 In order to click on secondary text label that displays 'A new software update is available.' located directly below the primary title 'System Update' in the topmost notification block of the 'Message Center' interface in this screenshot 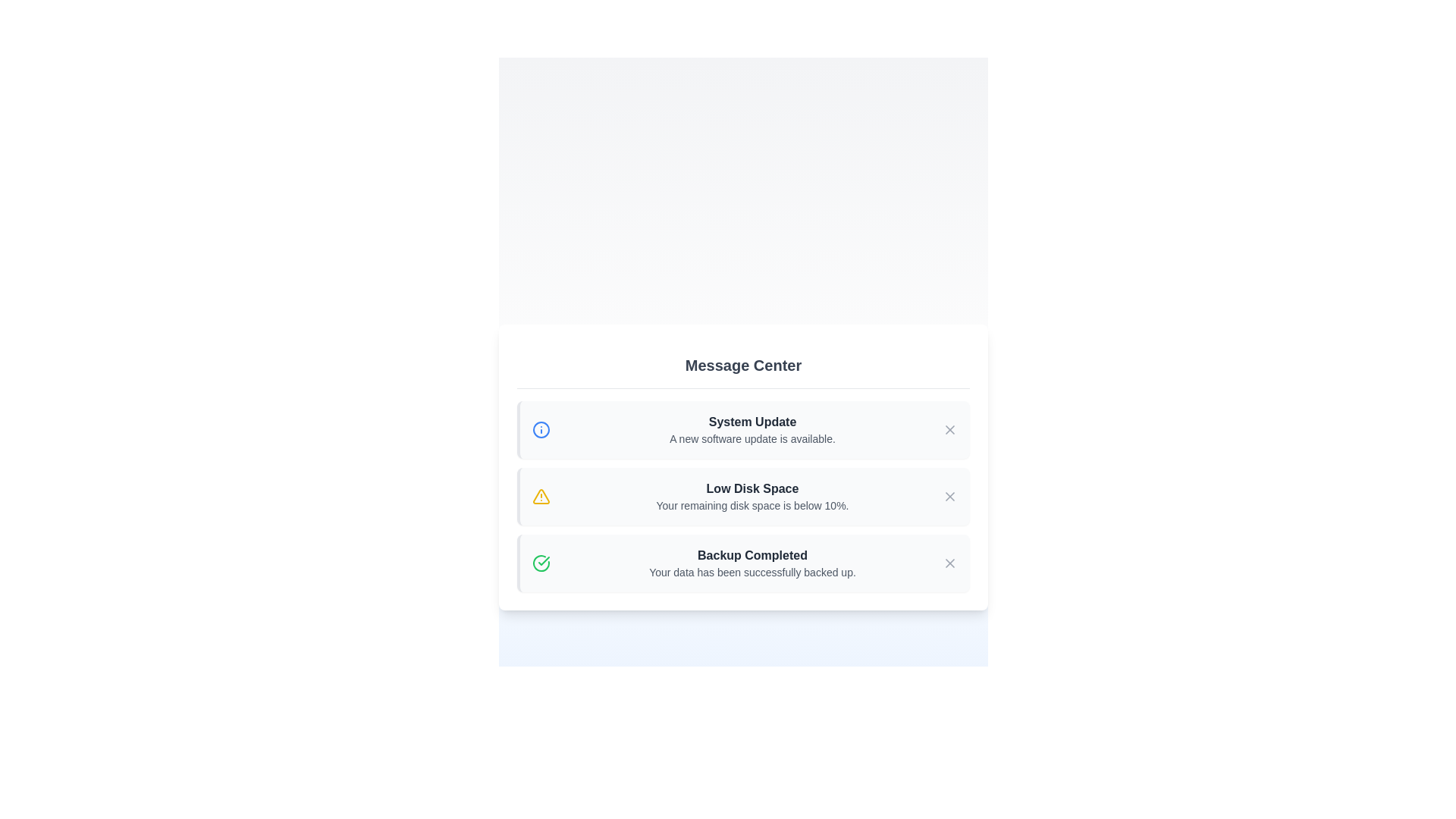, I will do `click(752, 438)`.